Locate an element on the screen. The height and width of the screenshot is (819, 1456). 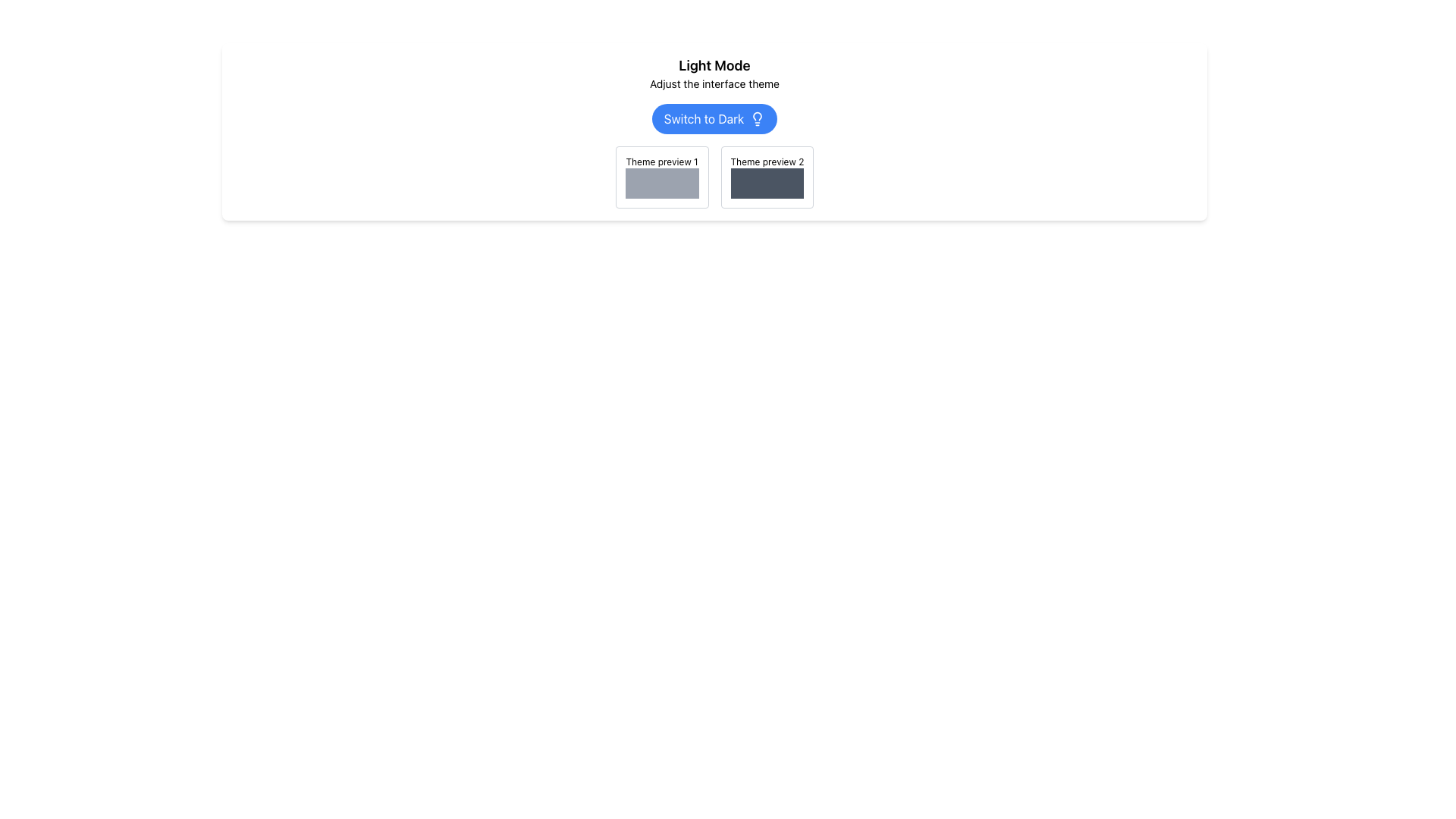
the text label reading 'Switch to Dark' which is styled within a rounded blue button located below the title 'Light Mode' and above the theme preview options is located at coordinates (703, 118).